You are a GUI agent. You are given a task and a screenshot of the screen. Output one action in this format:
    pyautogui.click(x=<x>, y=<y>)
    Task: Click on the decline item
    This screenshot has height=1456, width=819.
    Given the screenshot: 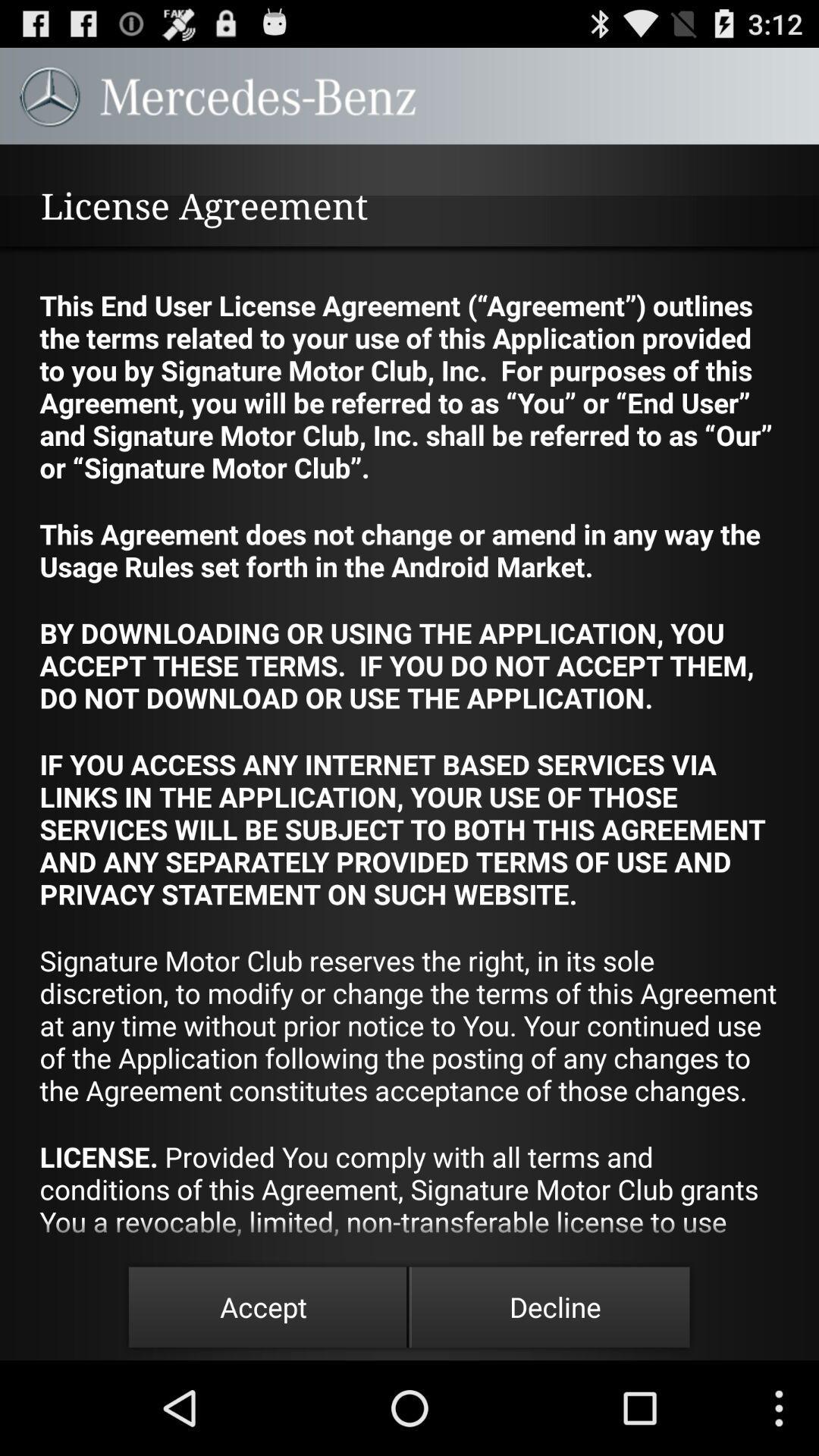 What is the action you would take?
    pyautogui.click(x=555, y=1306)
    